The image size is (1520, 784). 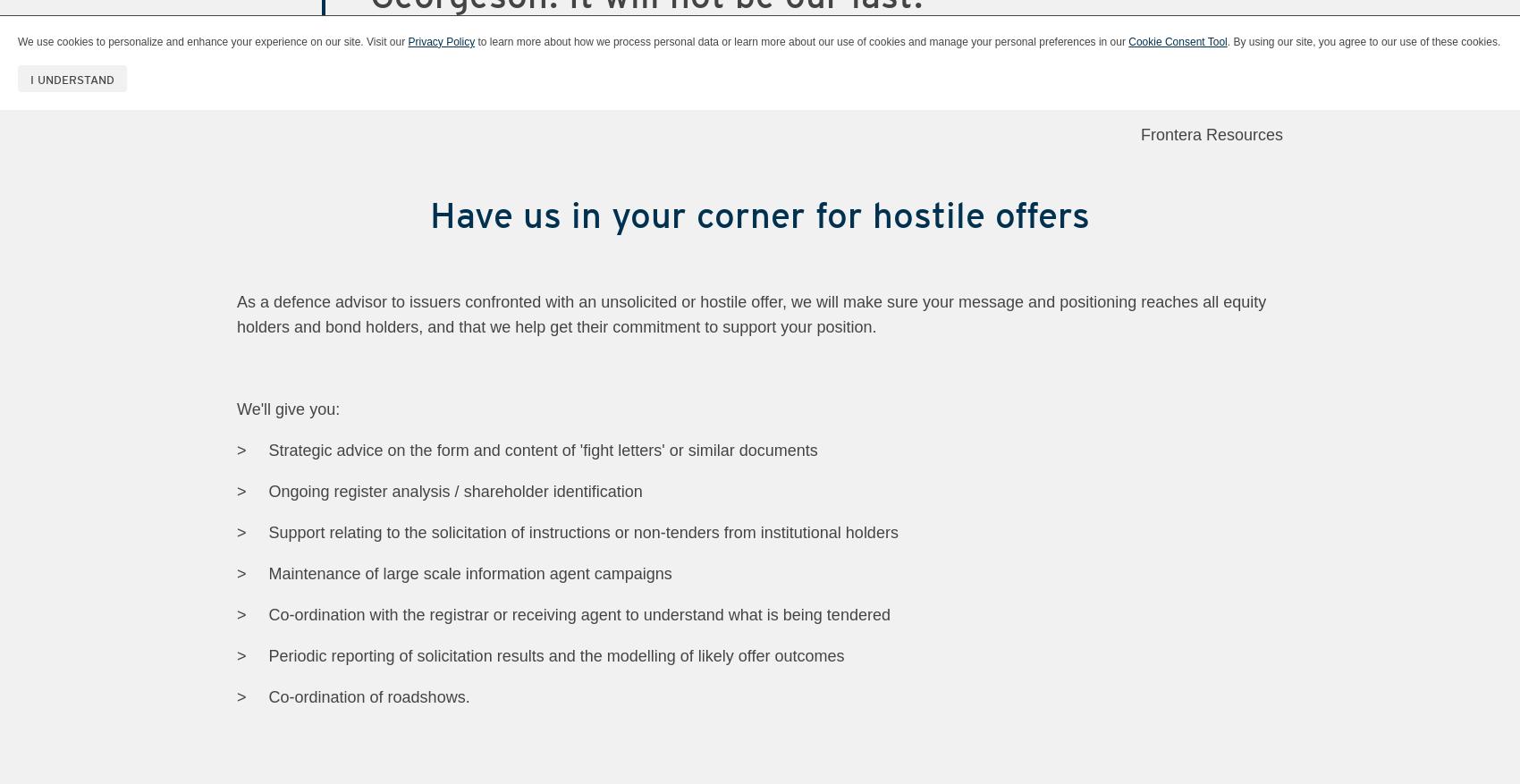 What do you see at coordinates (1227, 40) in the screenshot?
I see `'. By using our site, you agree to our use of these cookies.'` at bounding box center [1227, 40].